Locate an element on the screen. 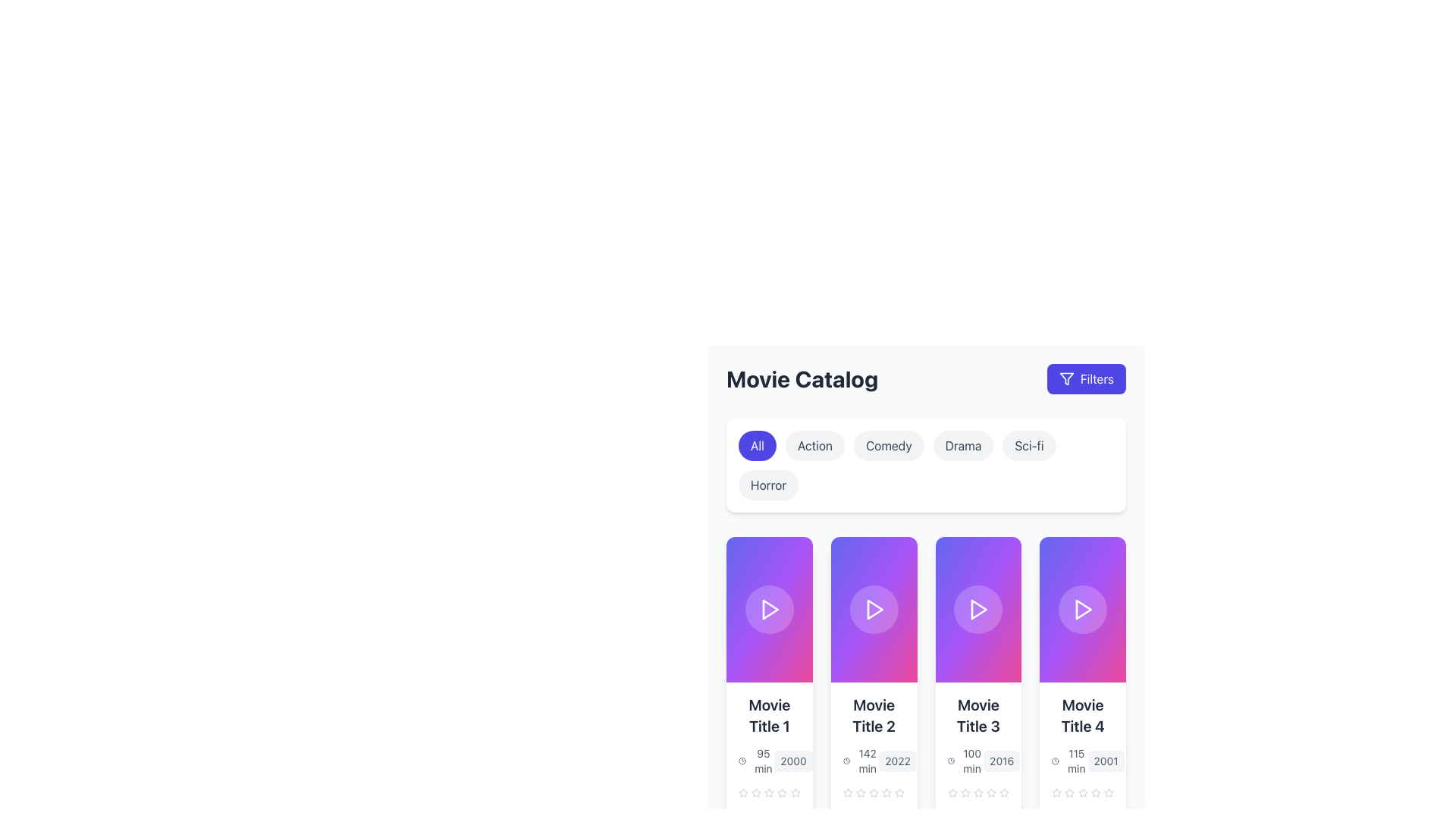 This screenshot has height=819, width=1456. the first interactive star rating icon to assign a one-star rating for 'Movie Title 4' is located at coordinates (1056, 792).